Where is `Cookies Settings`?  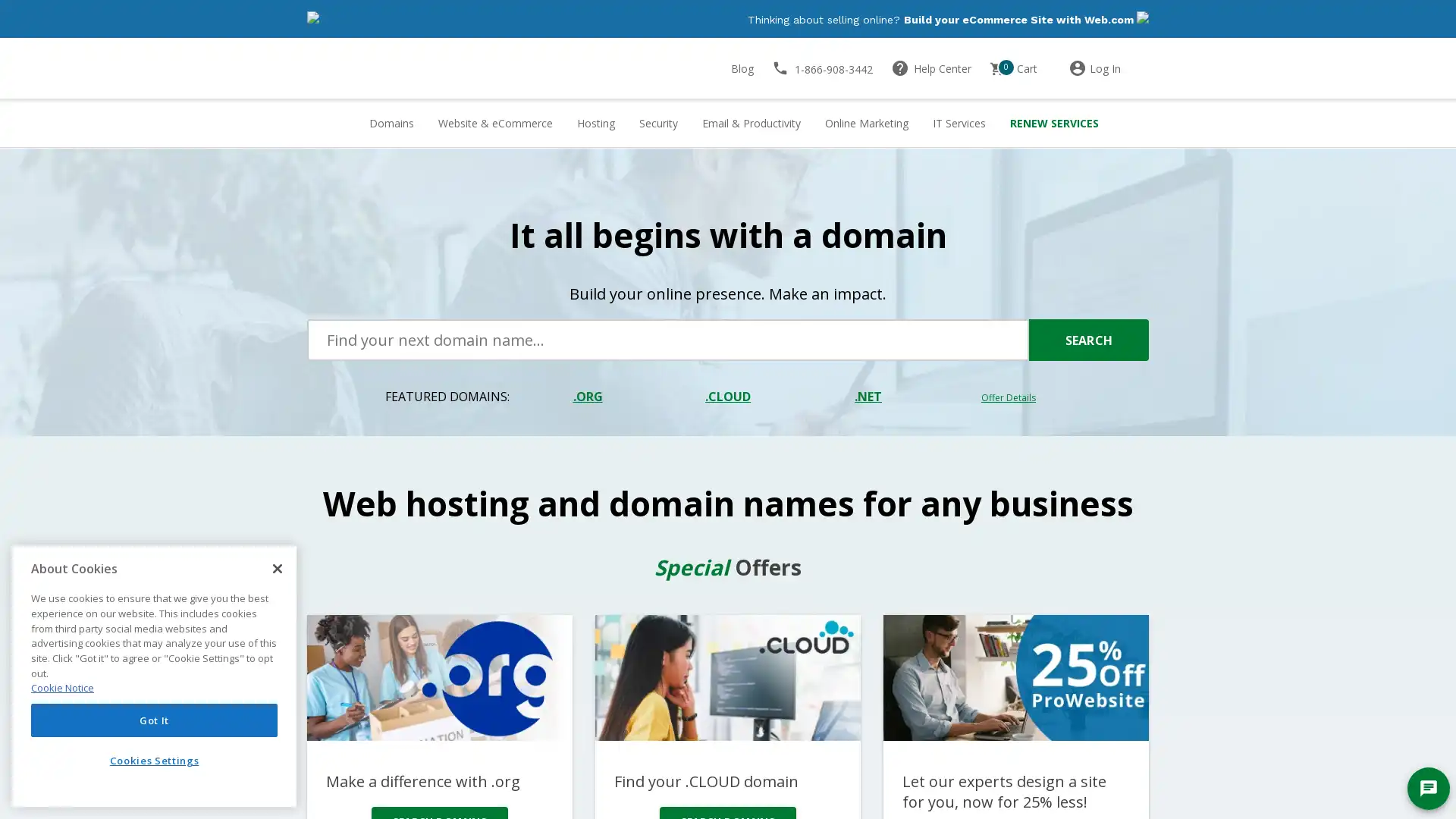 Cookies Settings is located at coordinates (154, 760).